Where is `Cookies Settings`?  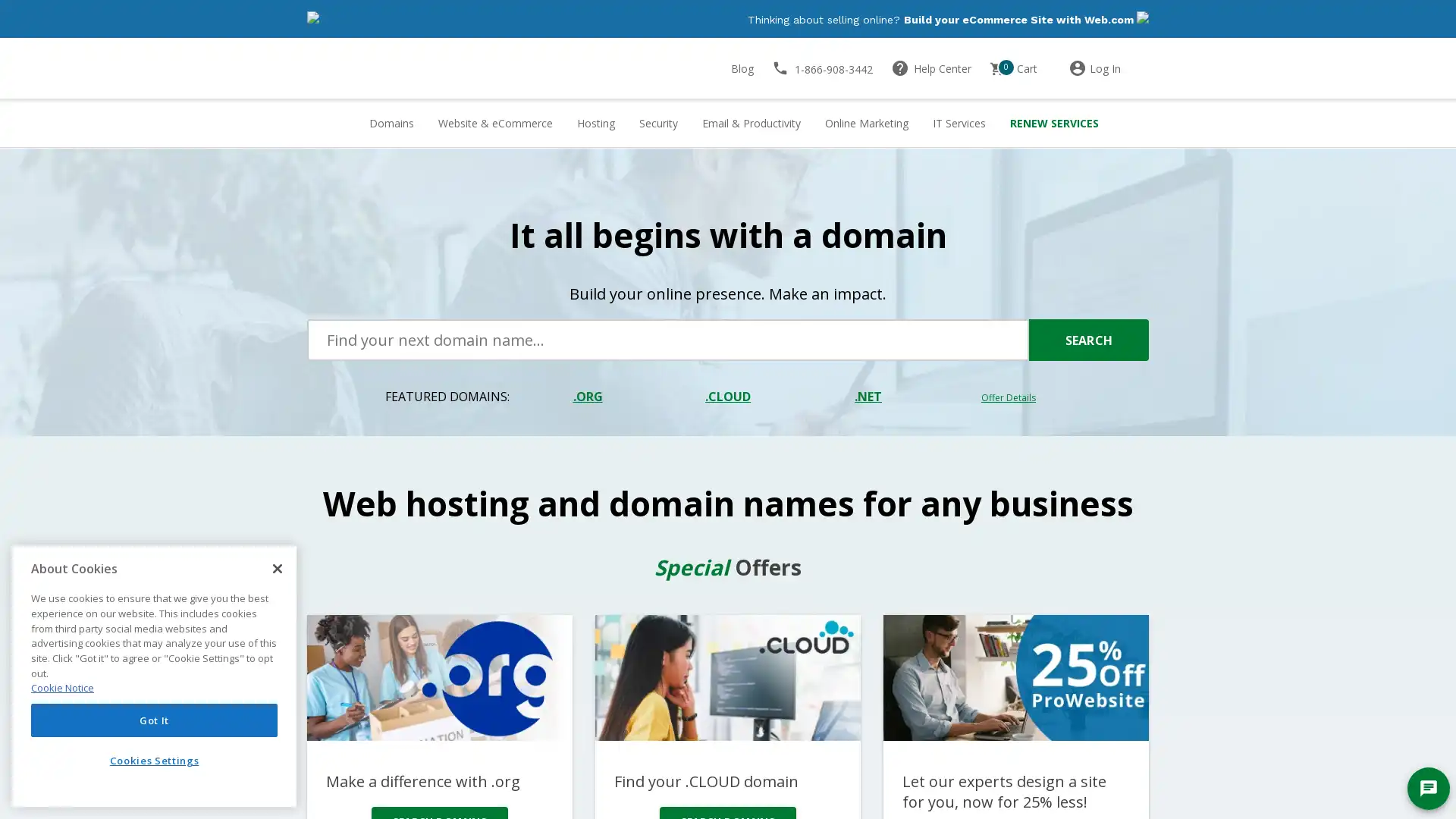 Cookies Settings is located at coordinates (154, 760).